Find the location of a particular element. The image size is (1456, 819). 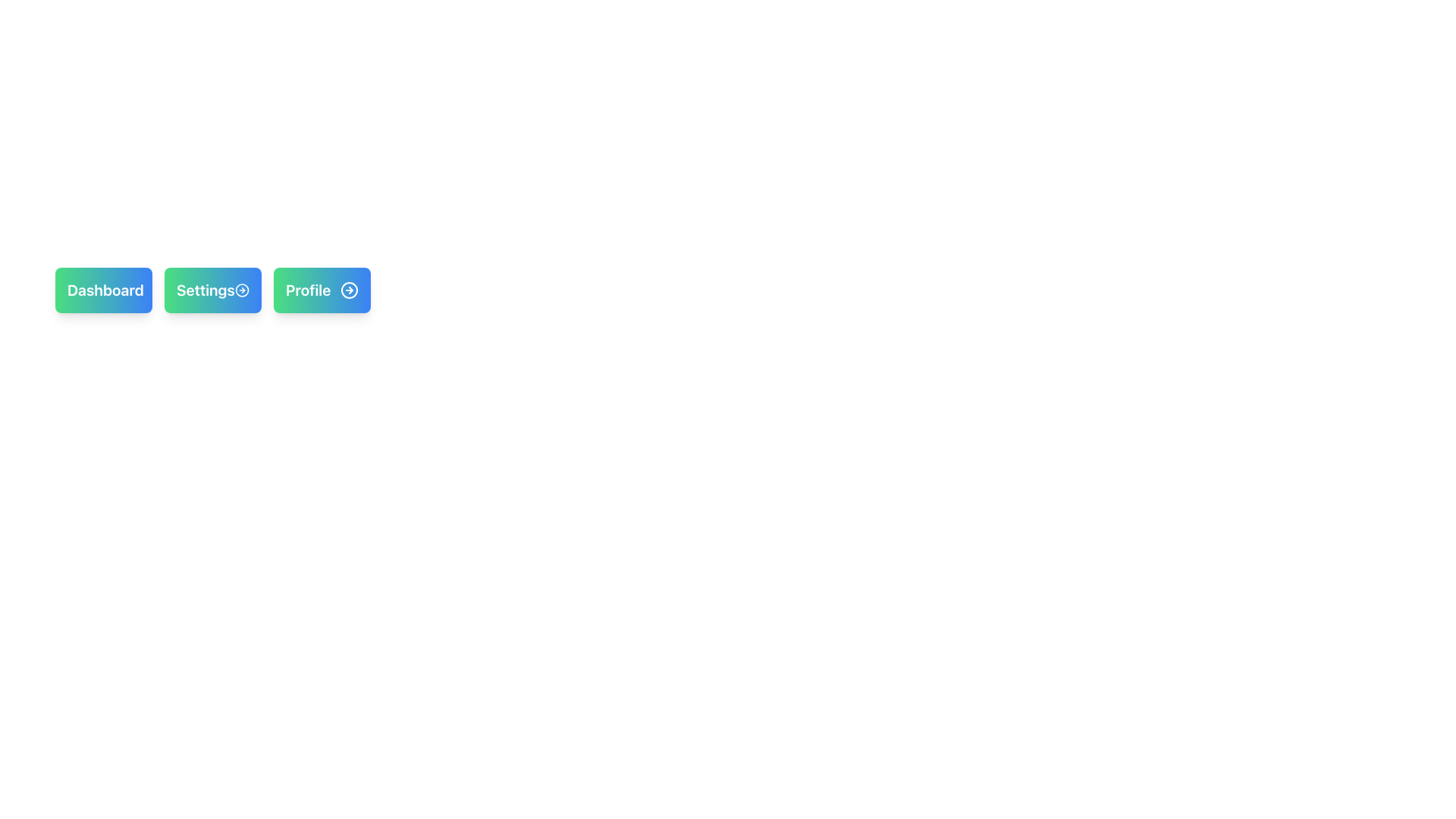

the navigational button located in the first column of the grid layout is located at coordinates (103, 290).